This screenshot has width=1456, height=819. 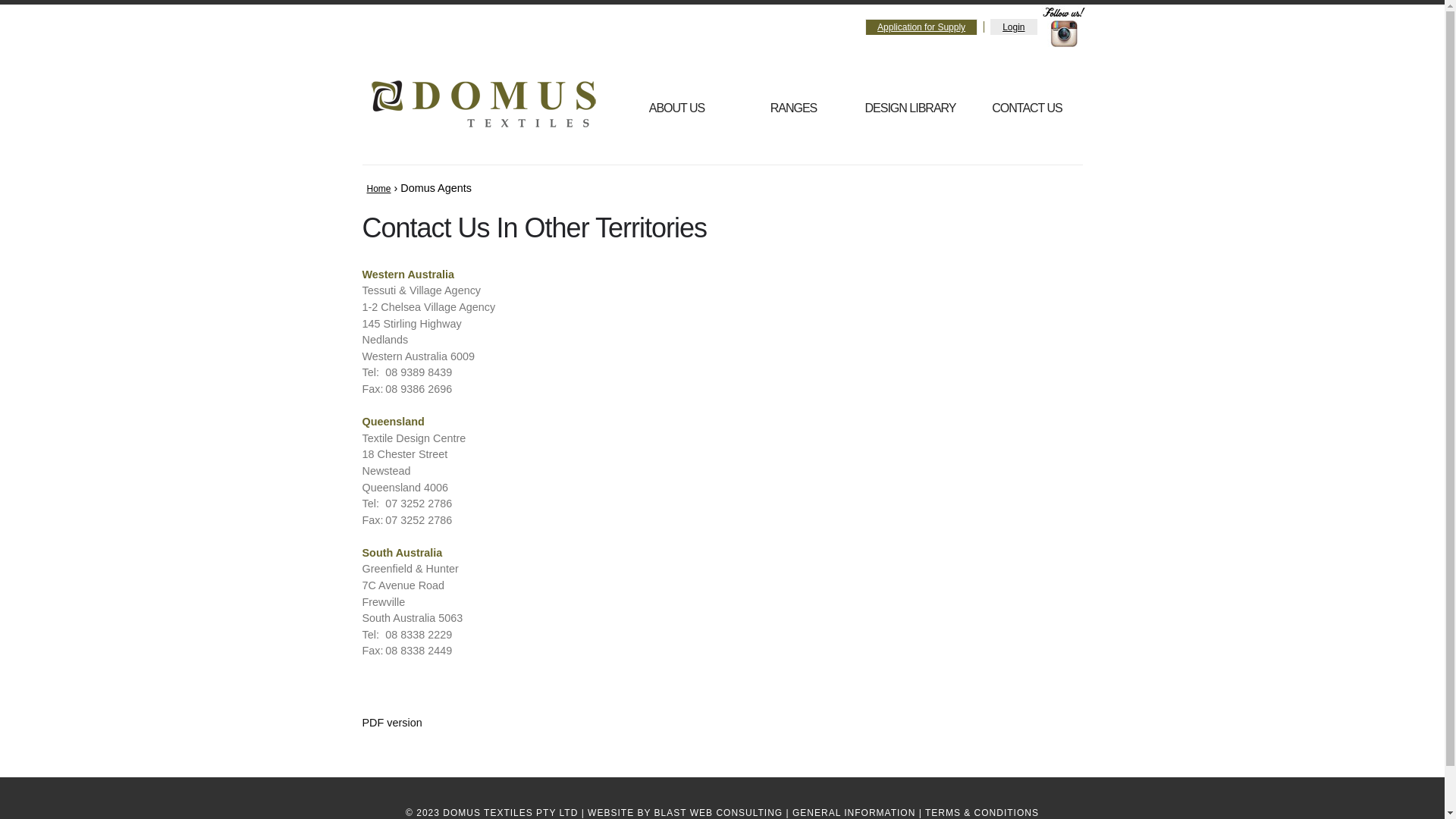 What do you see at coordinates (676, 107) in the screenshot?
I see `'ABOUT US'` at bounding box center [676, 107].